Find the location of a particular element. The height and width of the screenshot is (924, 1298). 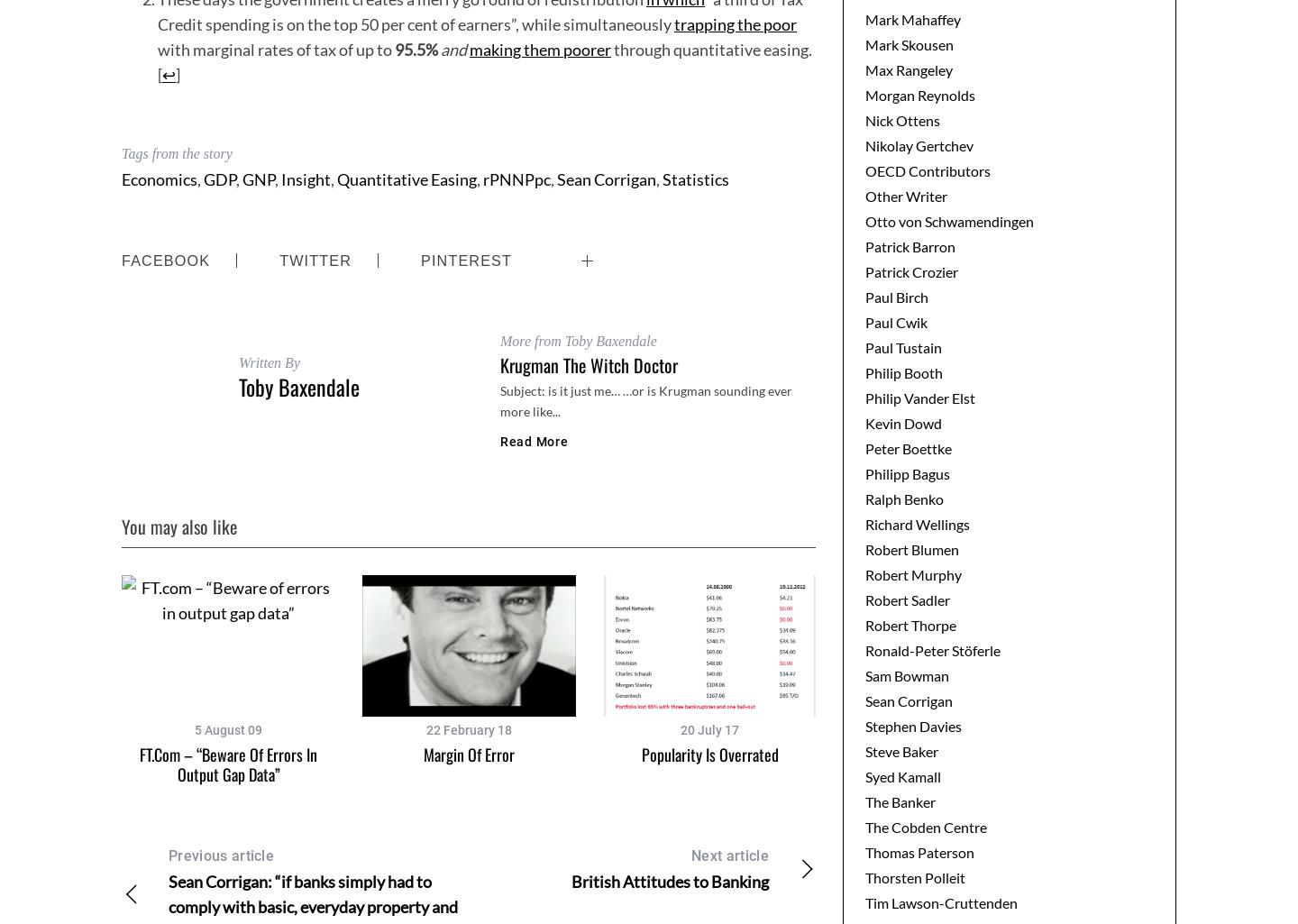

'Robert Sadler' is located at coordinates (906, 599).